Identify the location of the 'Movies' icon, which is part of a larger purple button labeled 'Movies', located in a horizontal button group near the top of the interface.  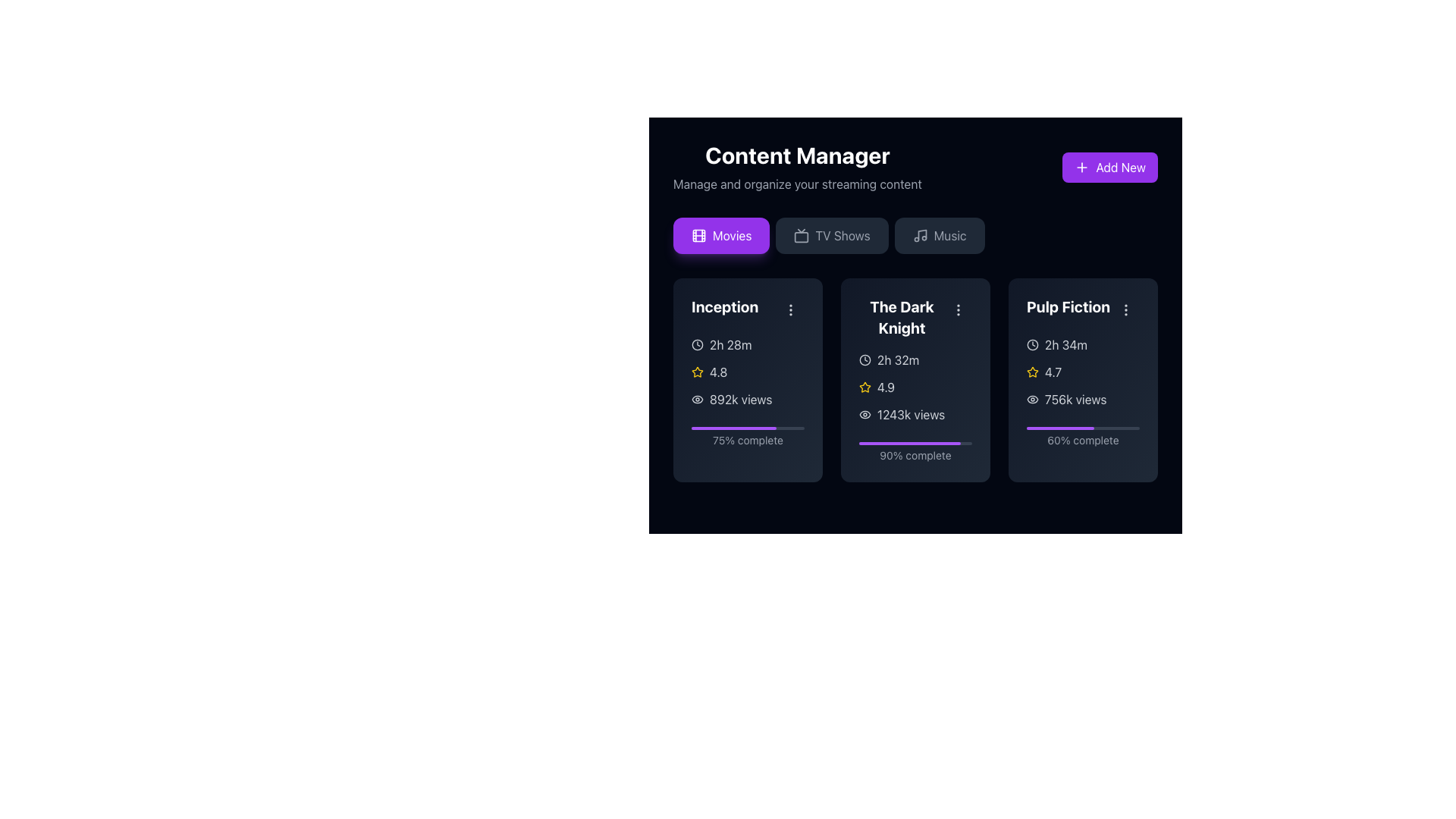
(698, 236).